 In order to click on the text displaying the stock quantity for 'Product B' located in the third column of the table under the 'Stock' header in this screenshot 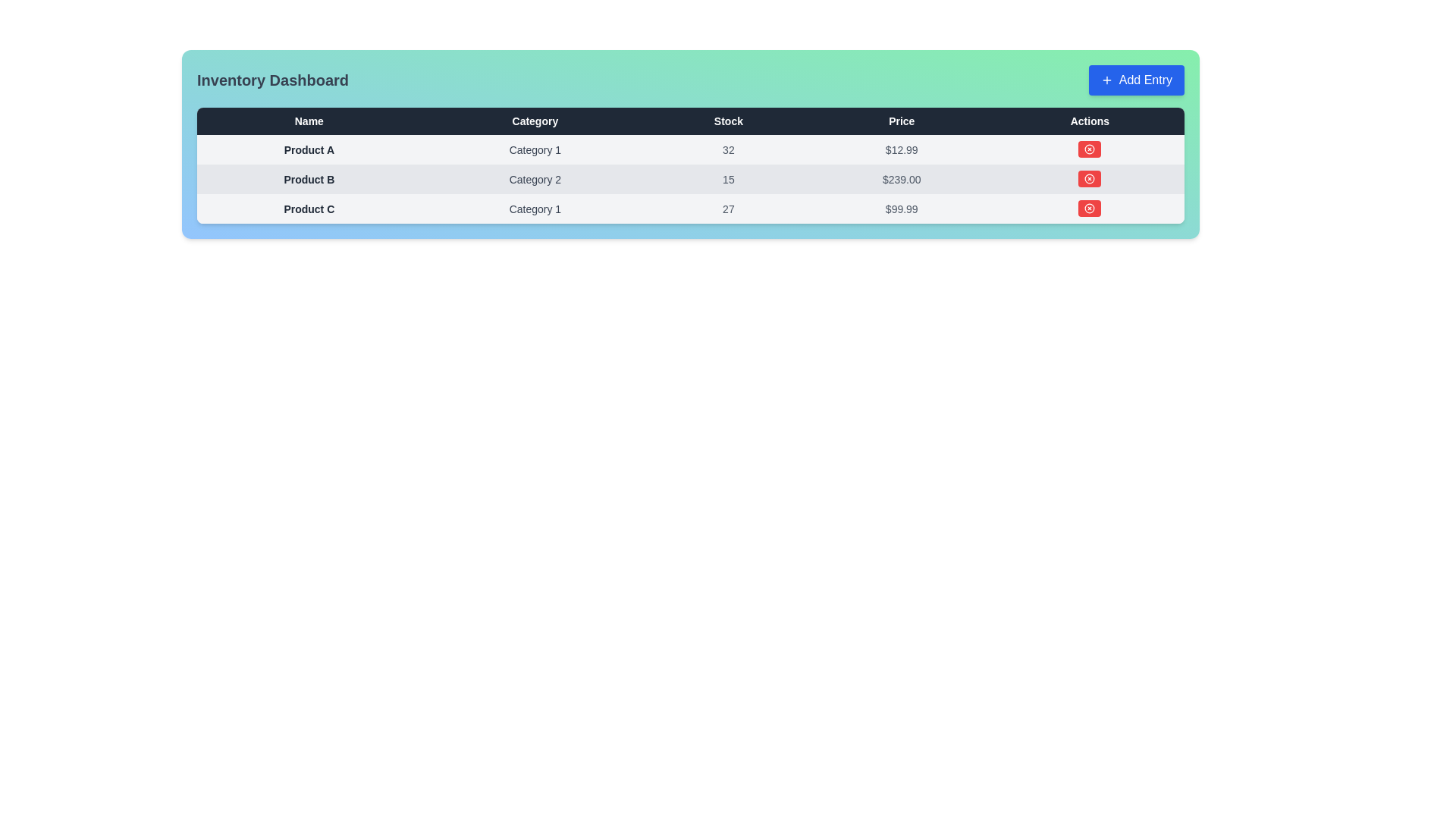, I will do `click(728, 178)`.